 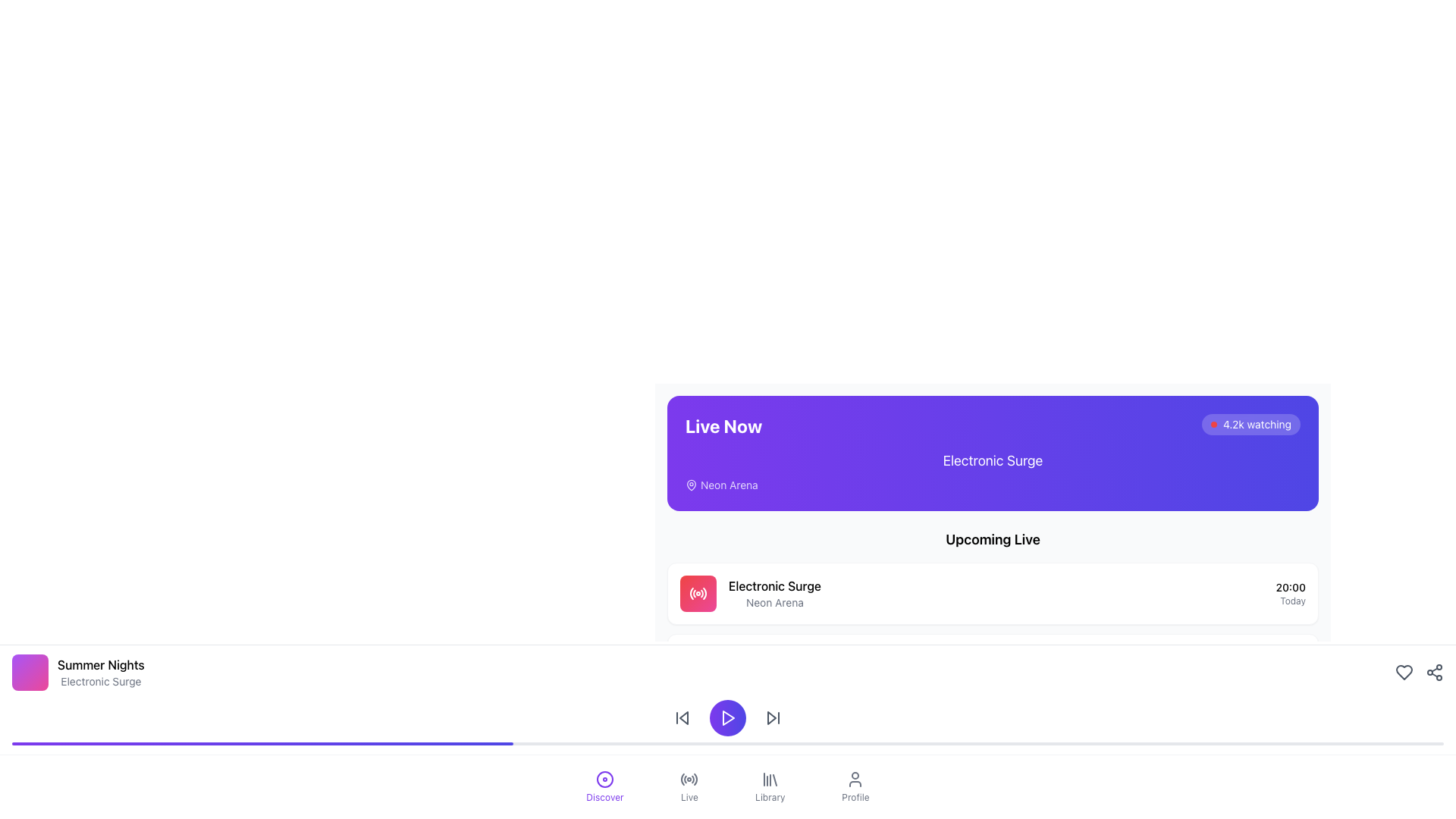 I want to click on the sharing button located in the bottom-right corner of the interface, to the right of the heart icon, so click(x=1433, y=672).